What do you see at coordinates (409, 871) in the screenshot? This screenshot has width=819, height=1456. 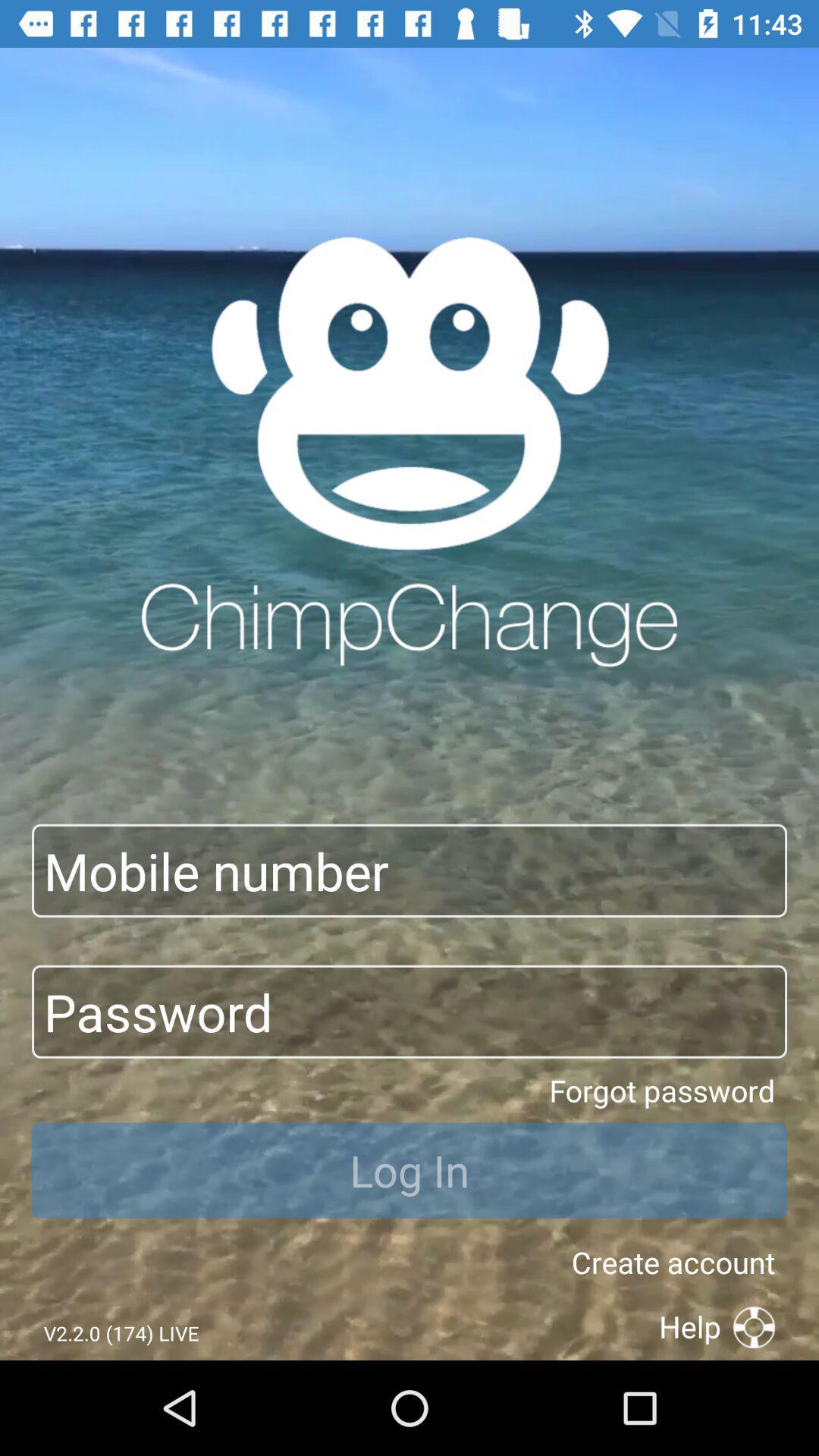 I see `records mobile number` at bounding box center [409, 871].